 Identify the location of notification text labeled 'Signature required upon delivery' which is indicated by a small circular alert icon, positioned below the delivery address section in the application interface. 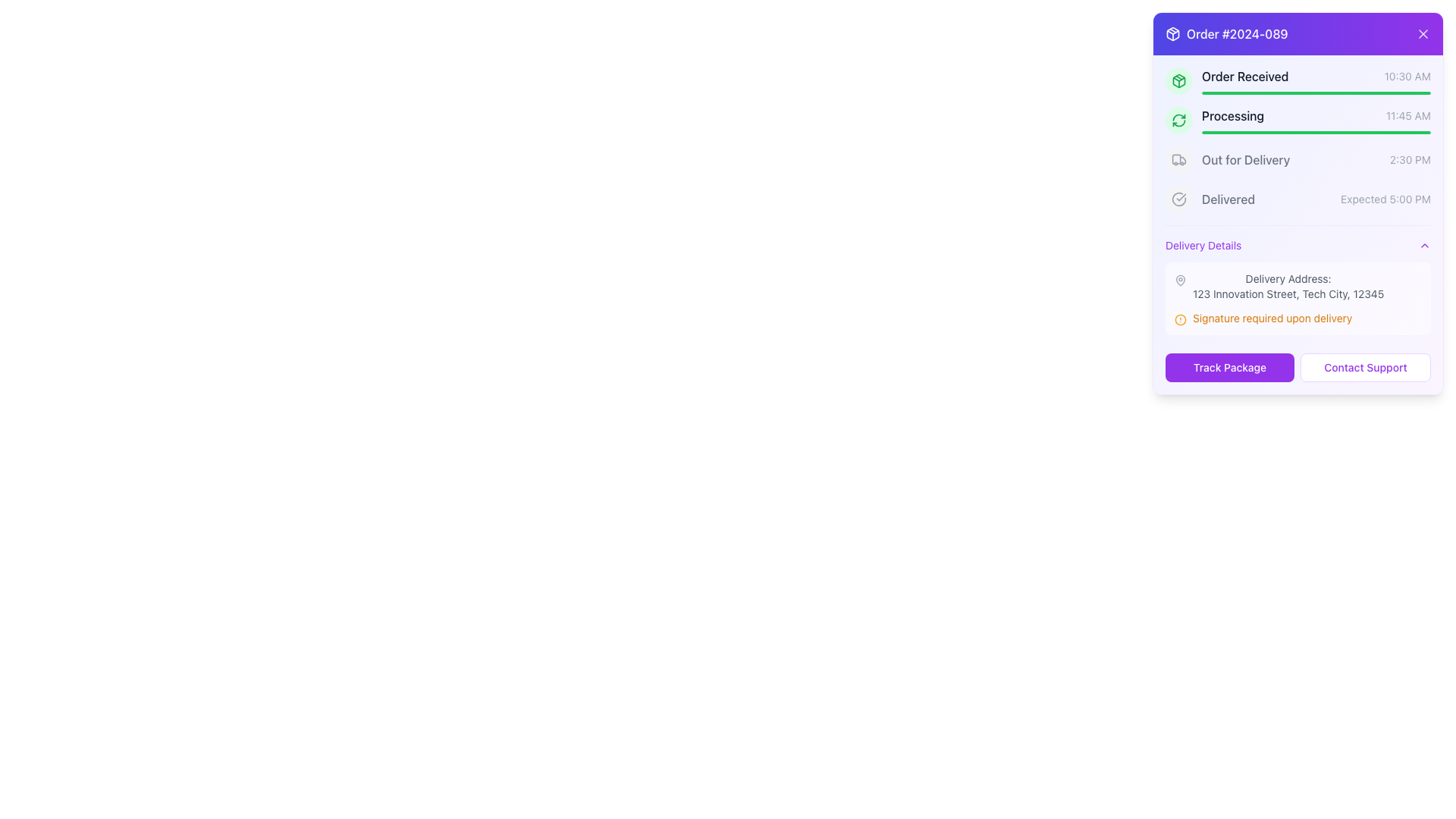
(1298, 318).